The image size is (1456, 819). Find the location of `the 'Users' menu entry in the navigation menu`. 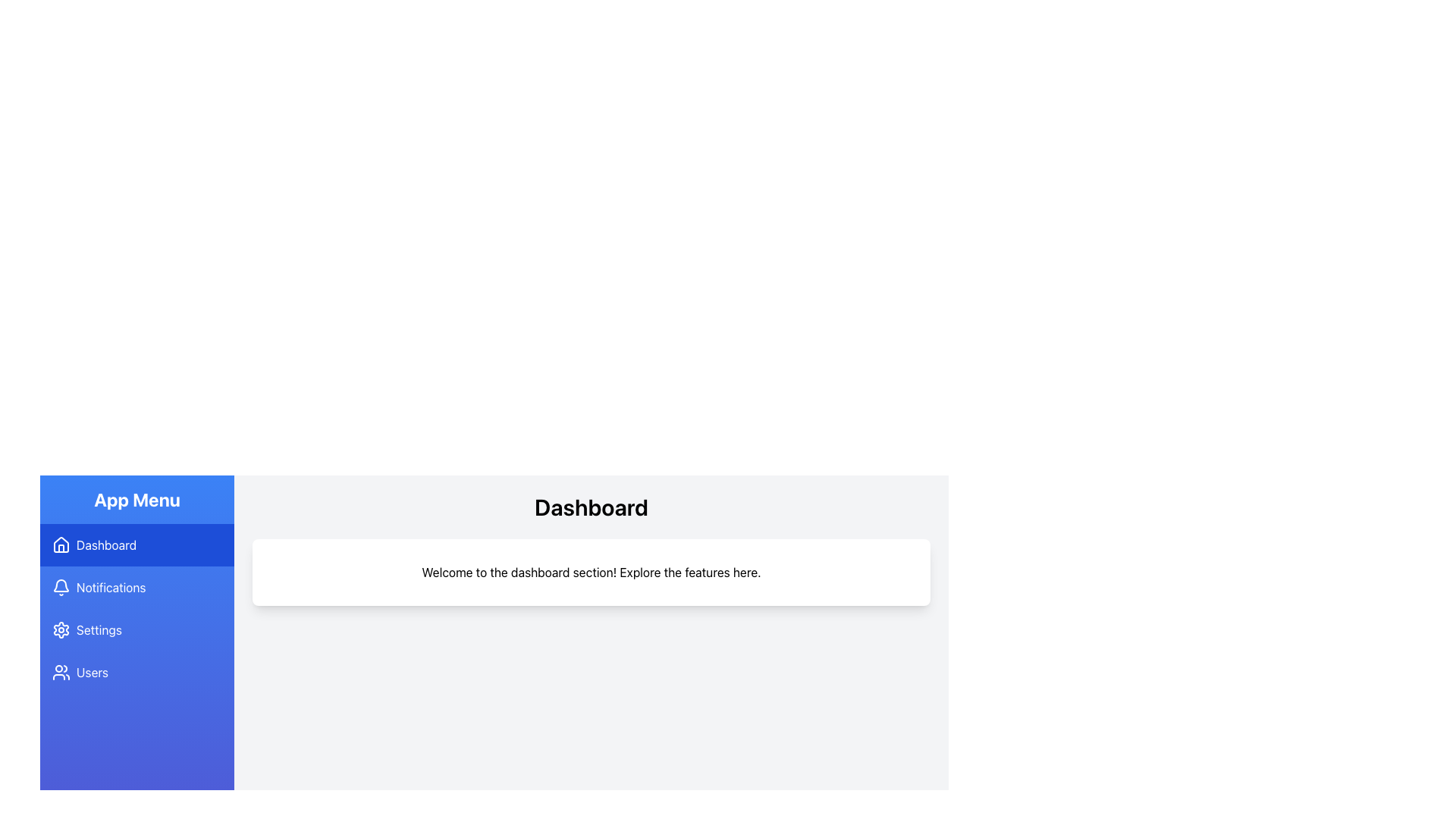

the 'Users' menu entry in the navigation menu is located at coordinates (137, 672).